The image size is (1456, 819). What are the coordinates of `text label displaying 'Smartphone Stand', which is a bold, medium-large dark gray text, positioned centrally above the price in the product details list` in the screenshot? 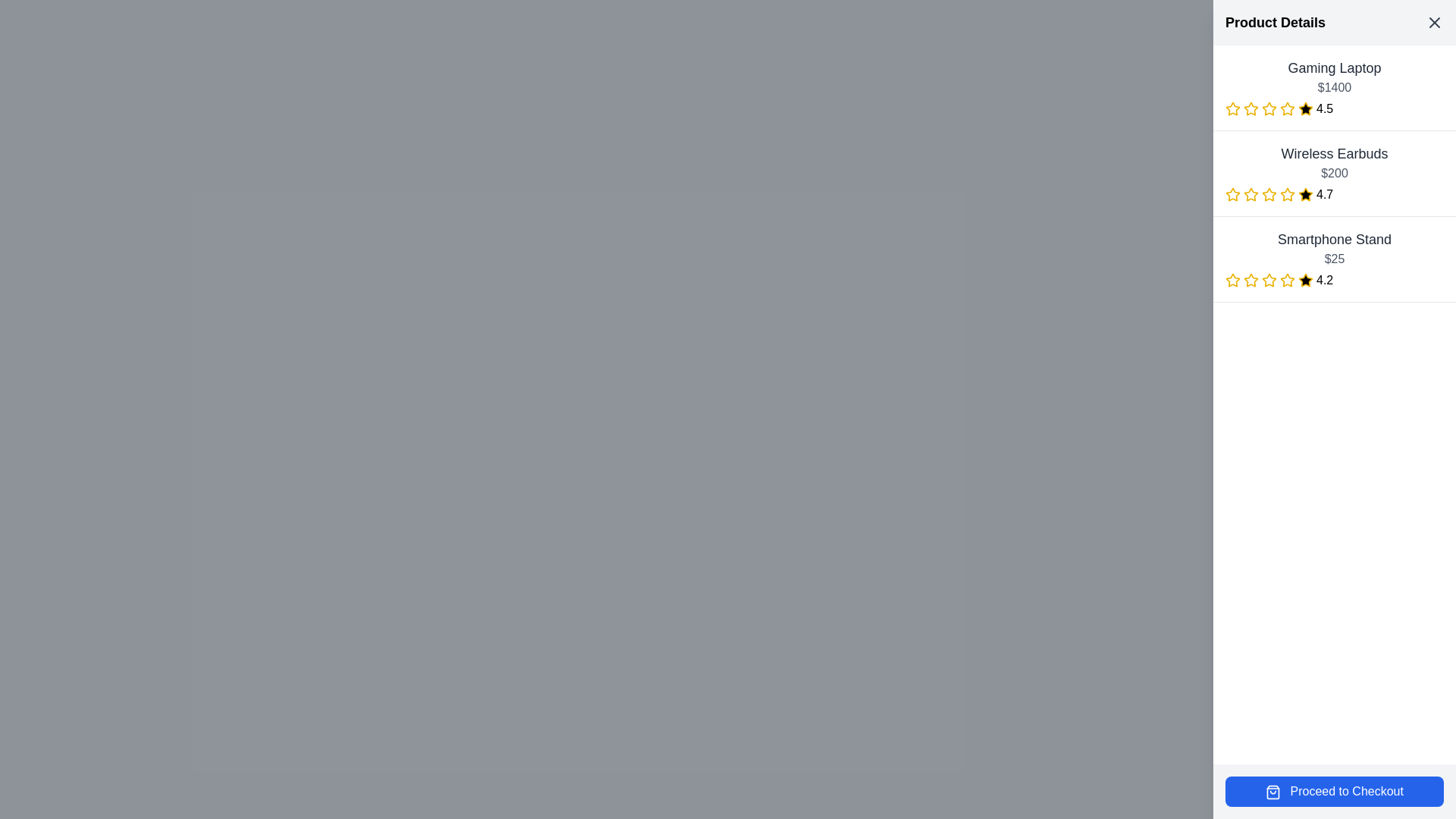 It's located at (1335, 239).